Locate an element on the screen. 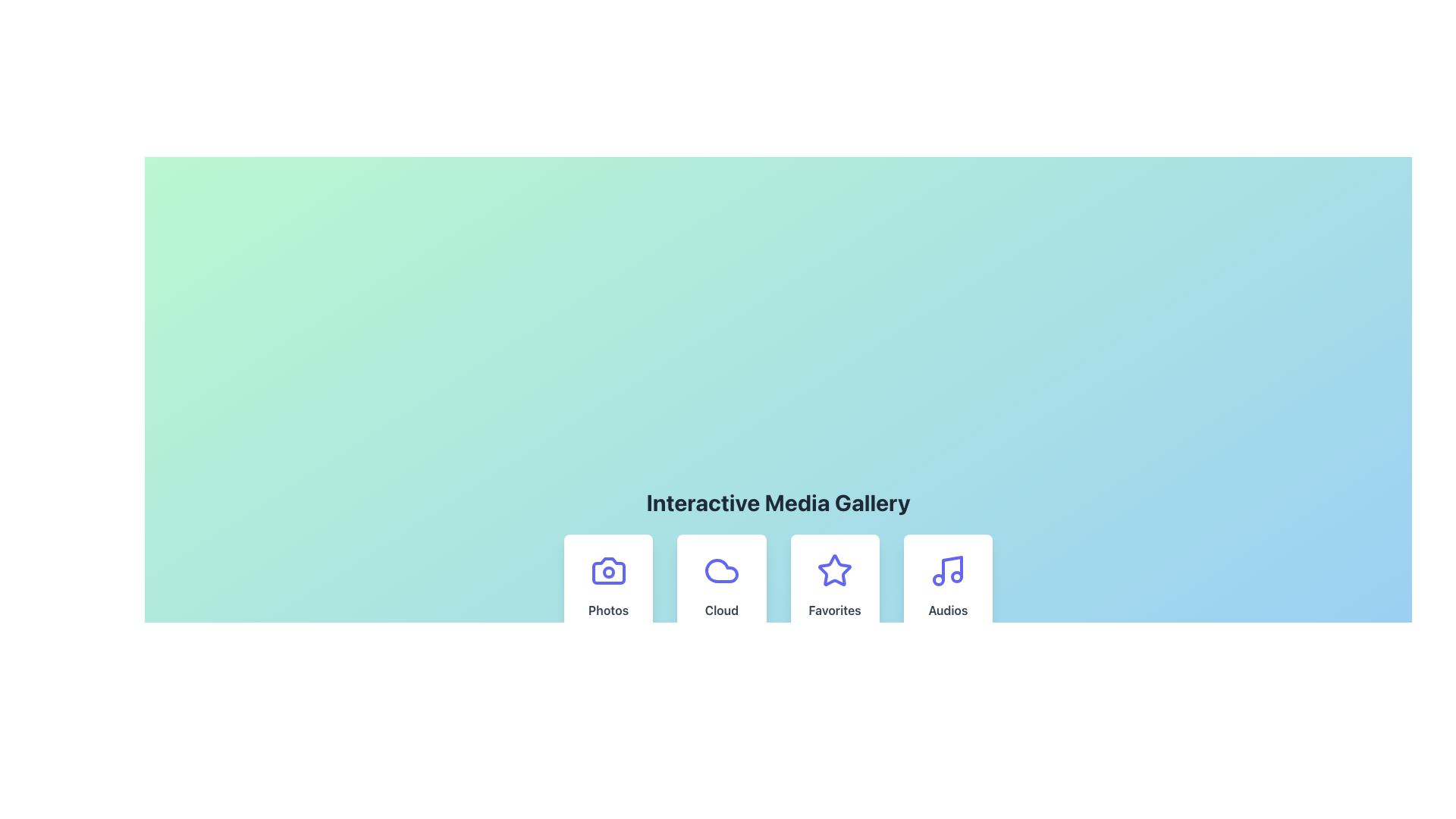 This screenshot has width=1456, height=819. the 'Favorites' selectable card in the gallery interface is located at coordinates (778, 588).